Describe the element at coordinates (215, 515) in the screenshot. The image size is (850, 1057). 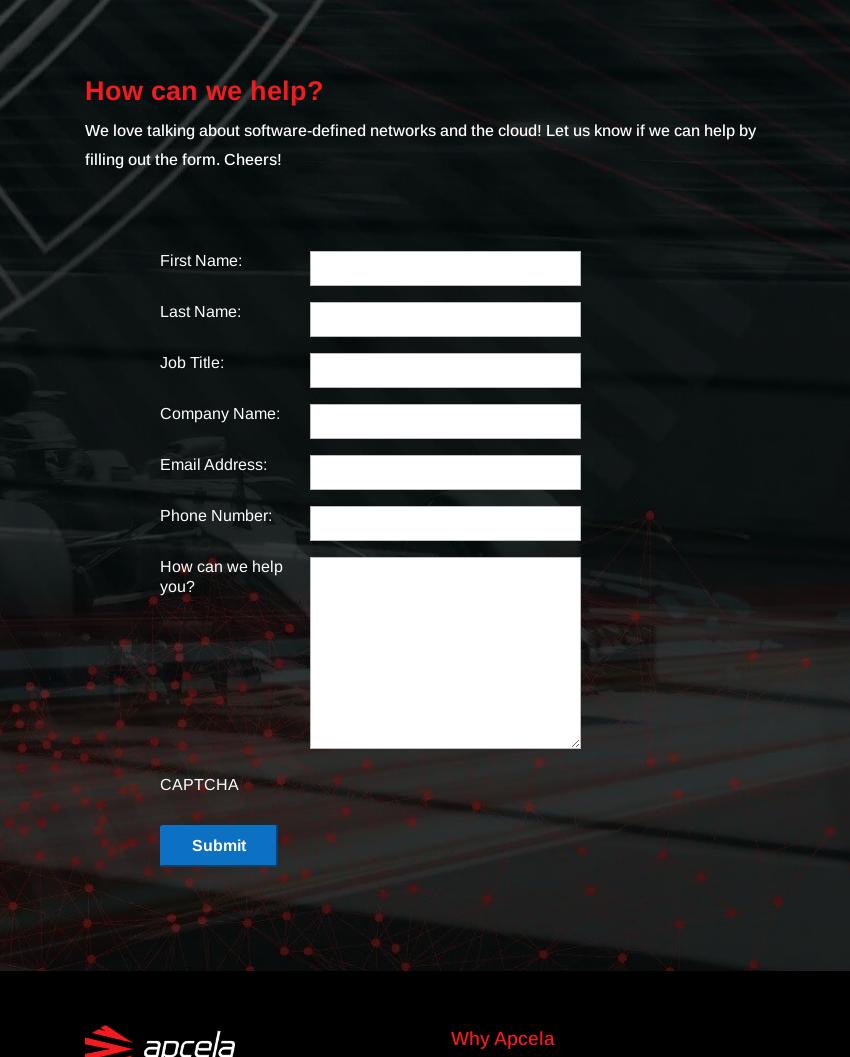
I see `'Phone Number:'` at that location.